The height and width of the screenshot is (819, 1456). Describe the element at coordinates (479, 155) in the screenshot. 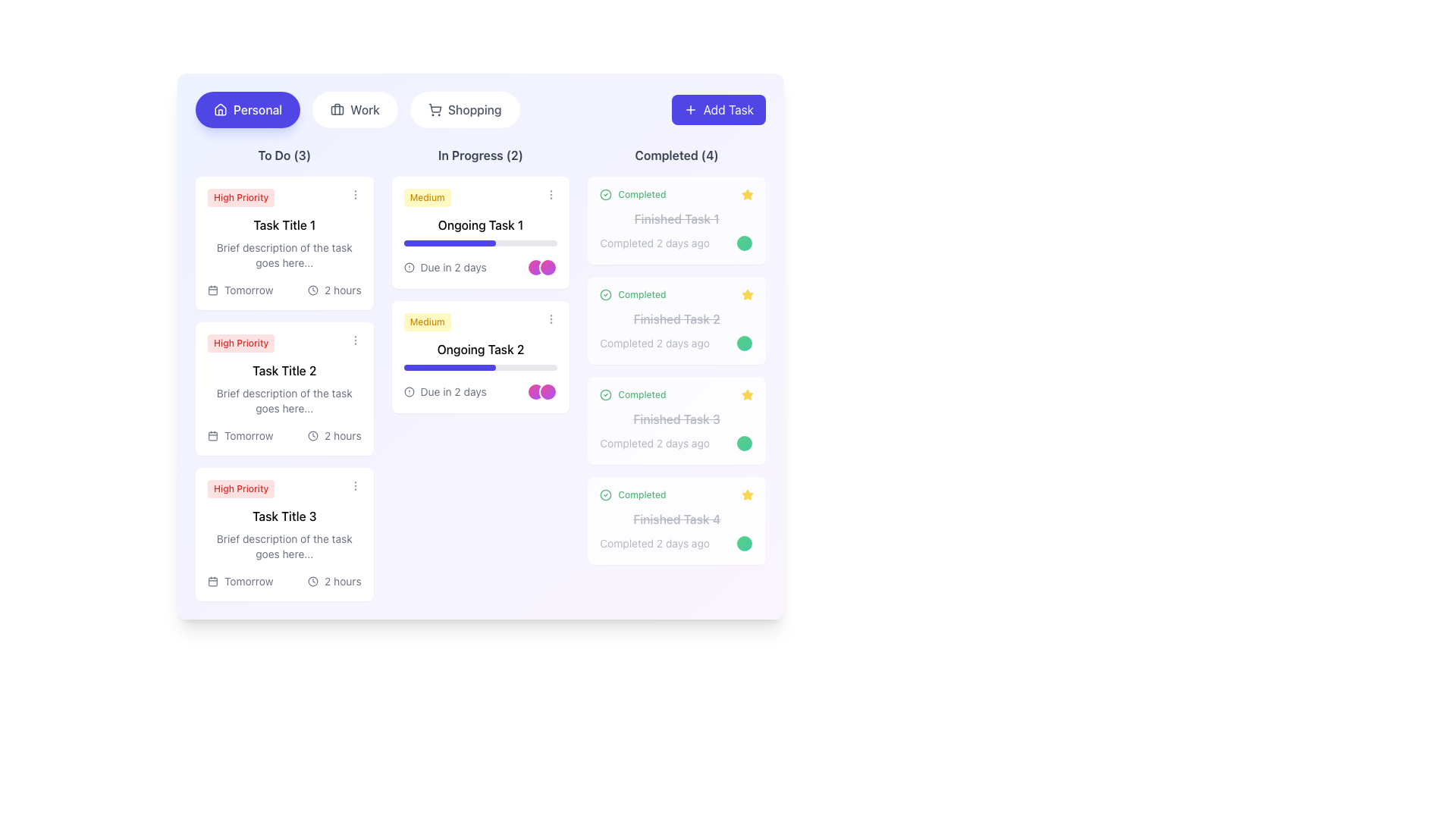

I see `the 'In Progress (2)' text label, which is a bold, semi-dark font element indicating the current tasks in progress` at that location.